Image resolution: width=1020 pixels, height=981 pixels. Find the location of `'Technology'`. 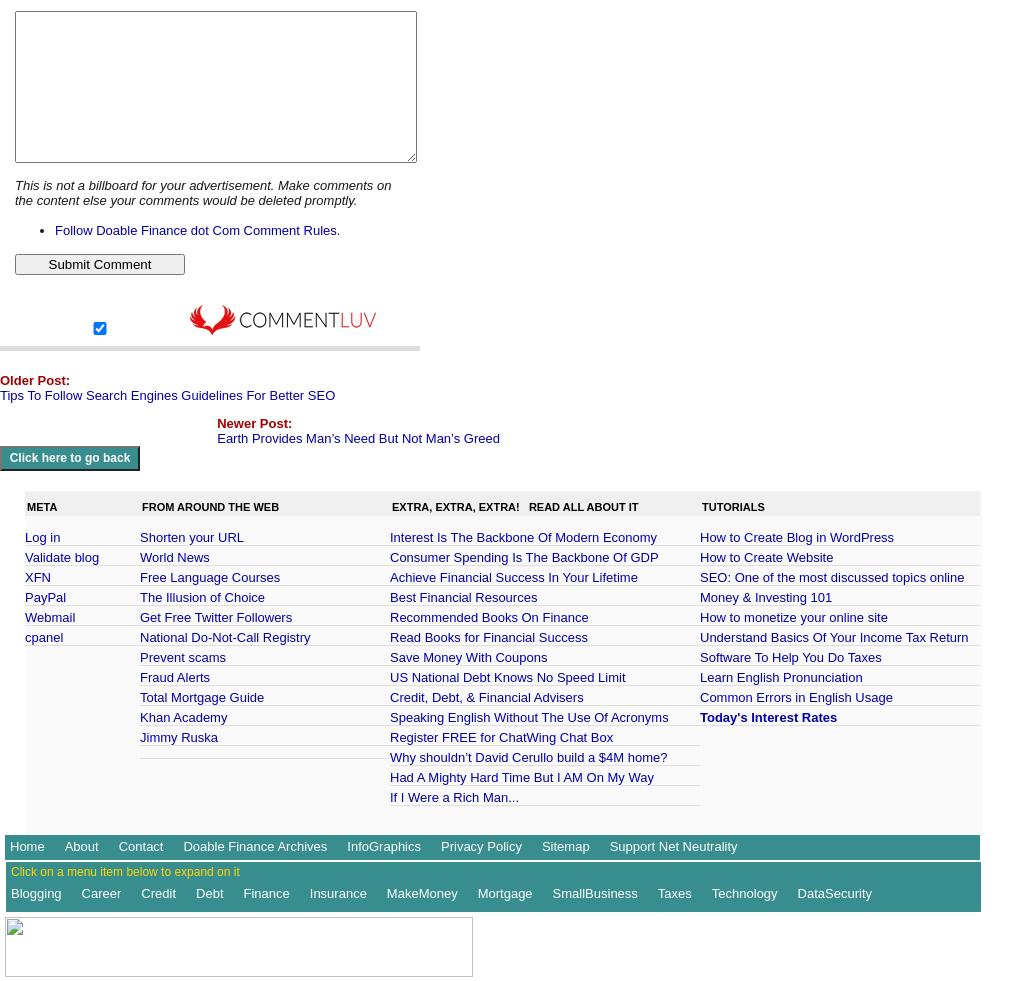

'Technology' is located at coordinates (710, 893).